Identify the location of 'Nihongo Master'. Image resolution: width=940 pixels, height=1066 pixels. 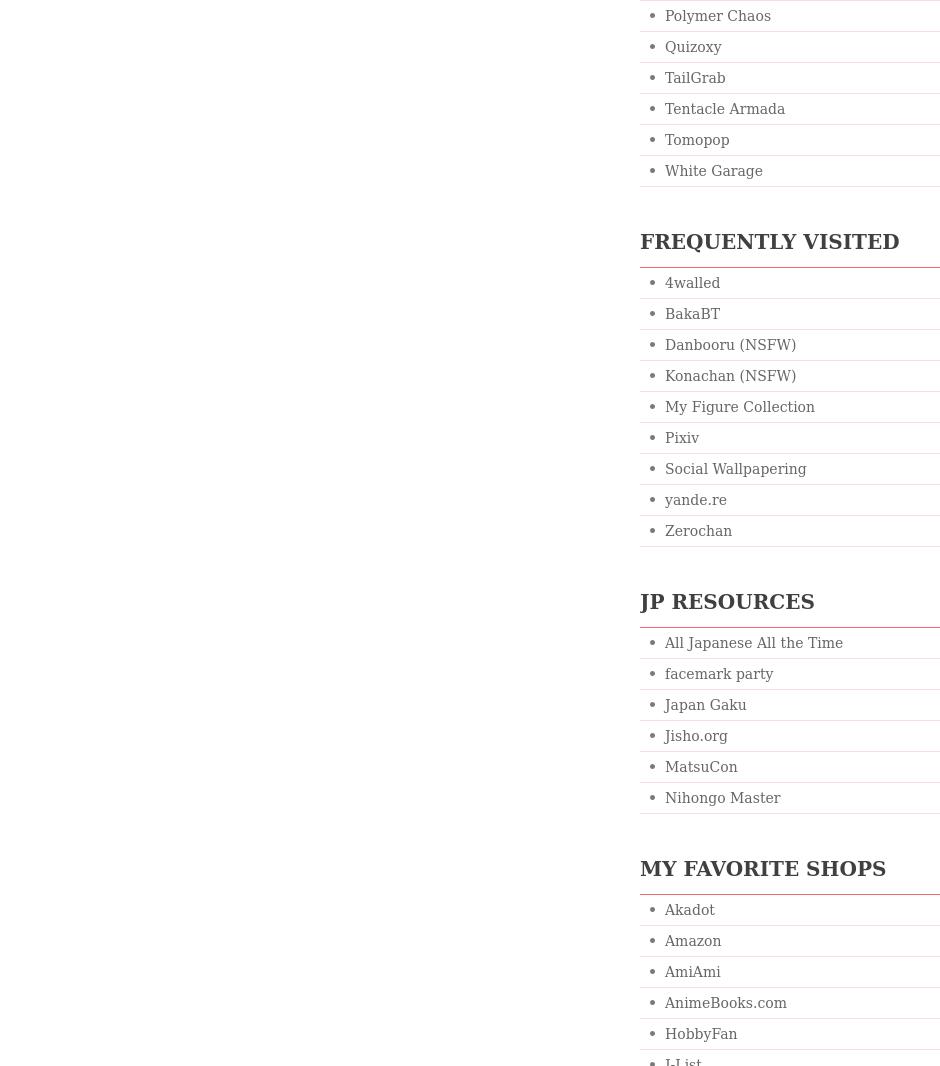
(664, 797).